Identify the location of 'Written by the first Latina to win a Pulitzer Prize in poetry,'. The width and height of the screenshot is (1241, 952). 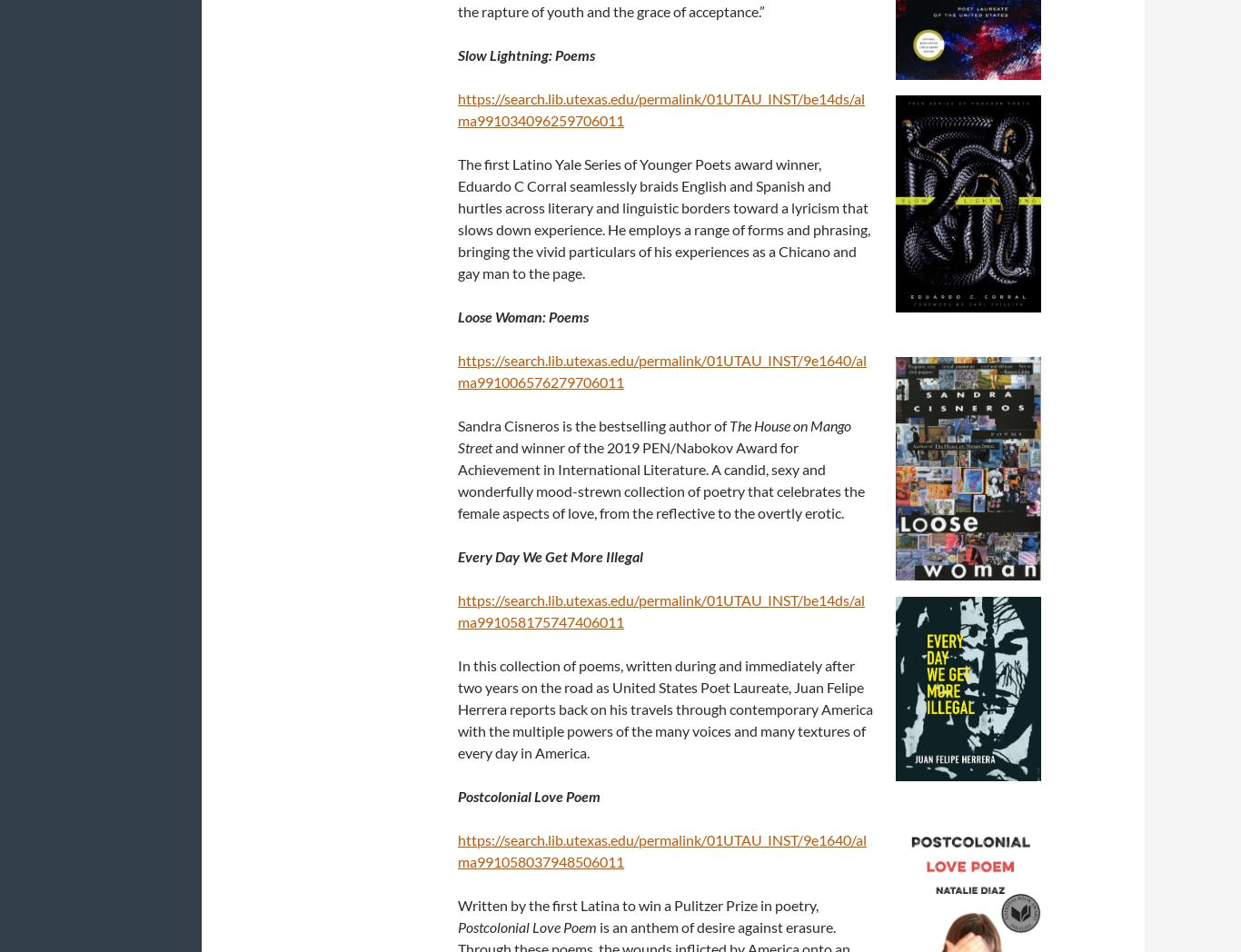
(638, 903).